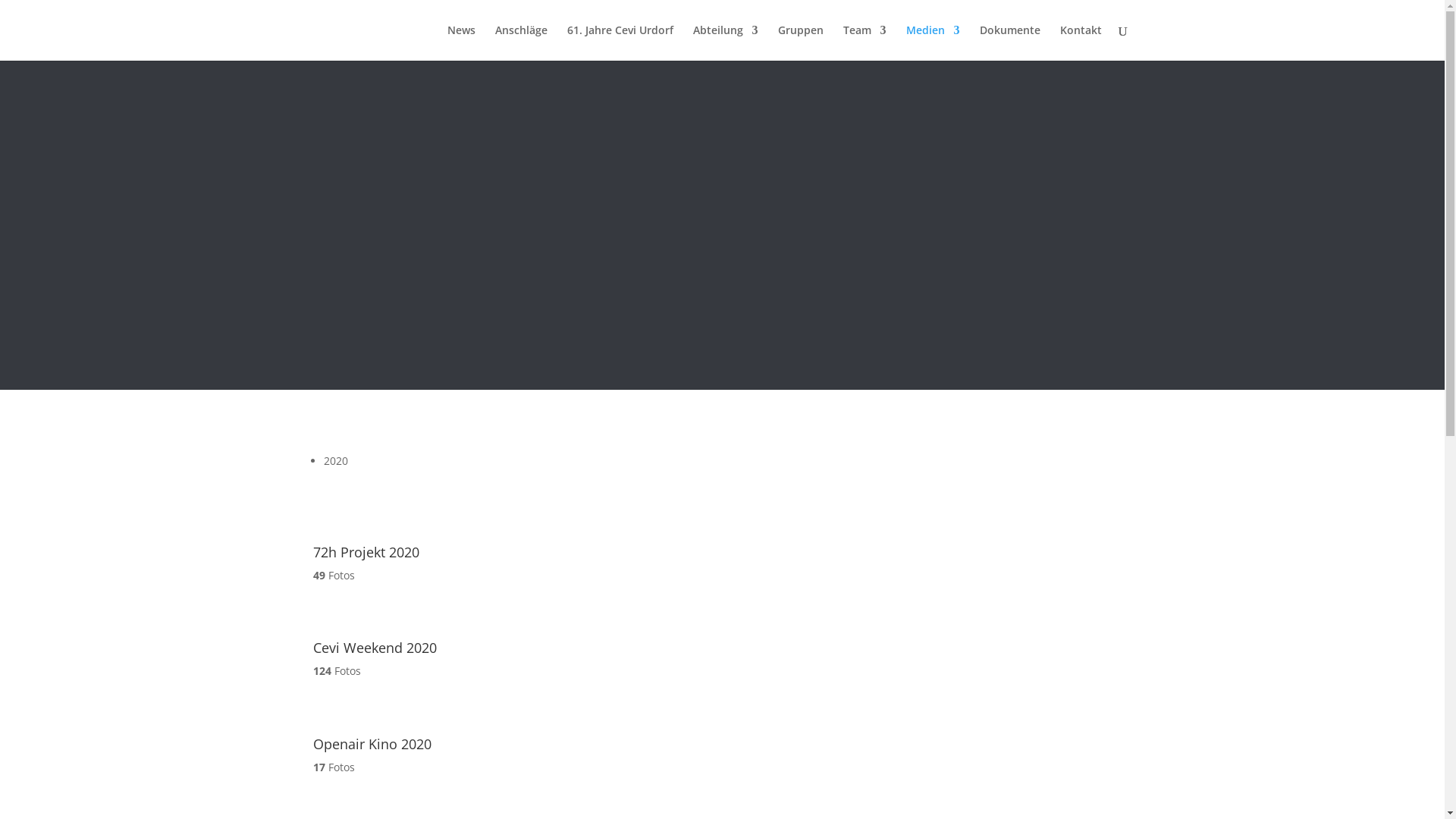  I want to click on 'Medien', so click(931, 42).